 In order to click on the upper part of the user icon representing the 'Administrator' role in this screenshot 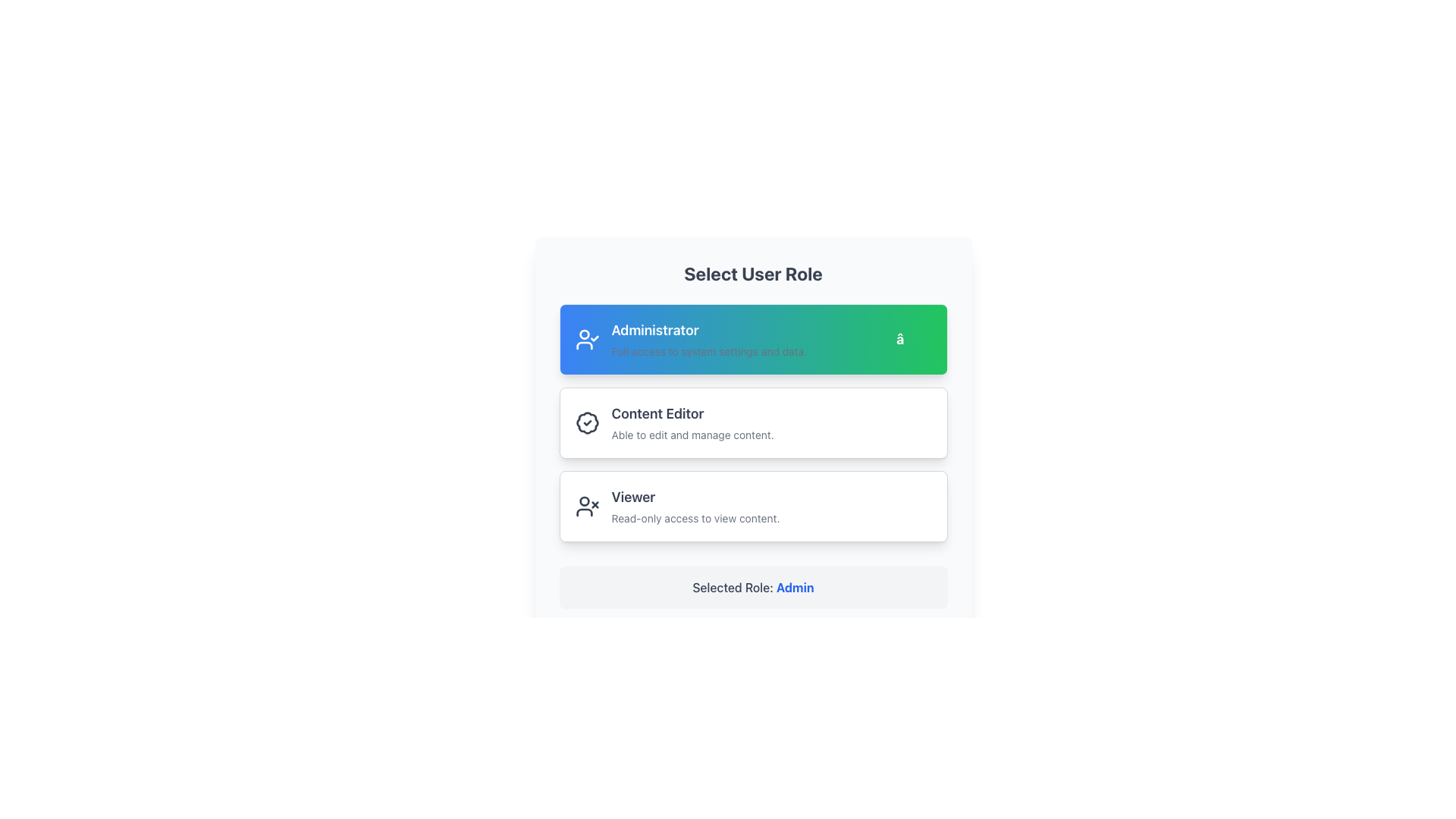, I will do `click(583, 334)`.